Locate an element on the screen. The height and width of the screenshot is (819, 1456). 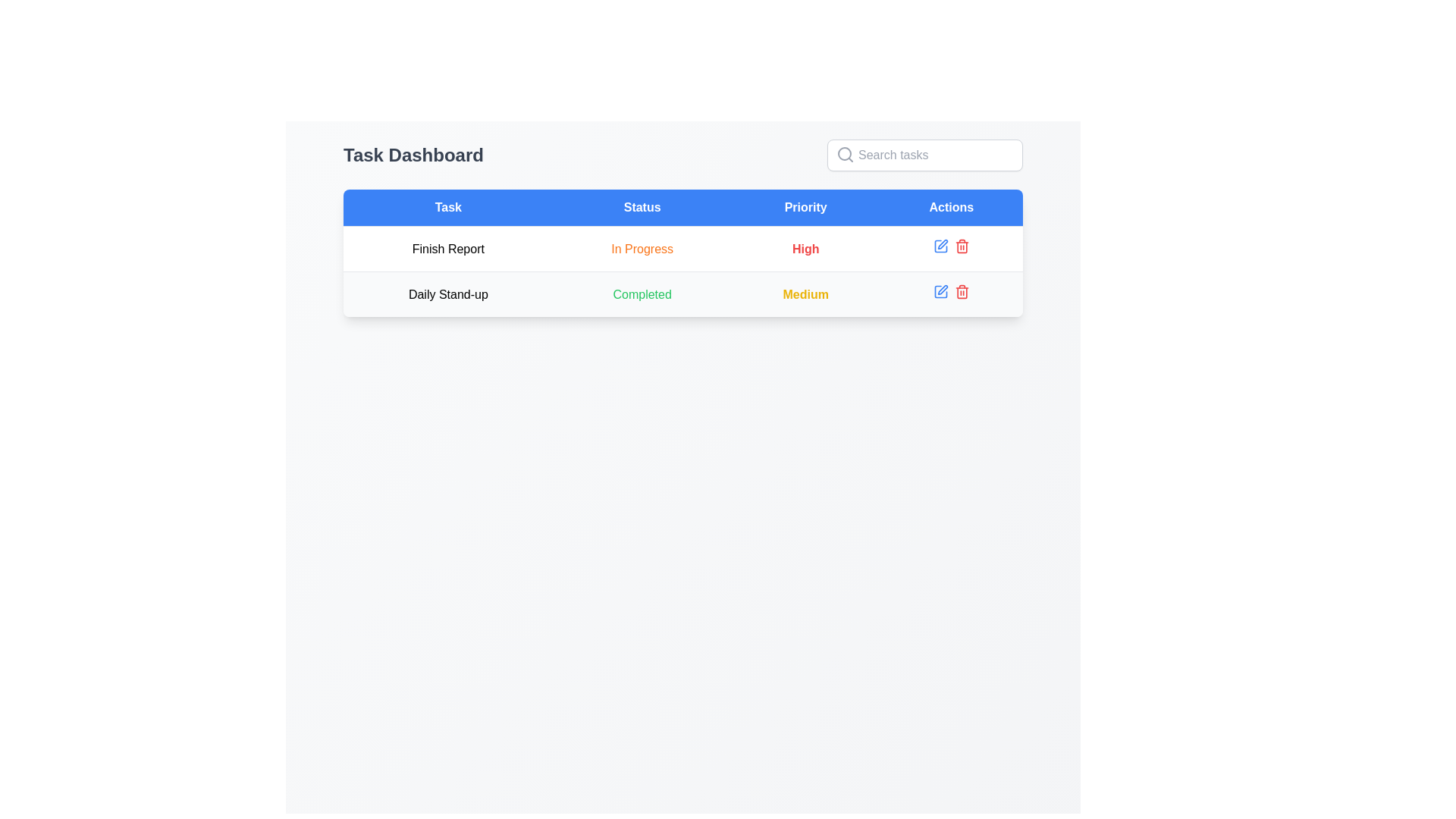
the trash icon located in the 'Actions' column of the second row in the task table is located at coordinates (961, 293).